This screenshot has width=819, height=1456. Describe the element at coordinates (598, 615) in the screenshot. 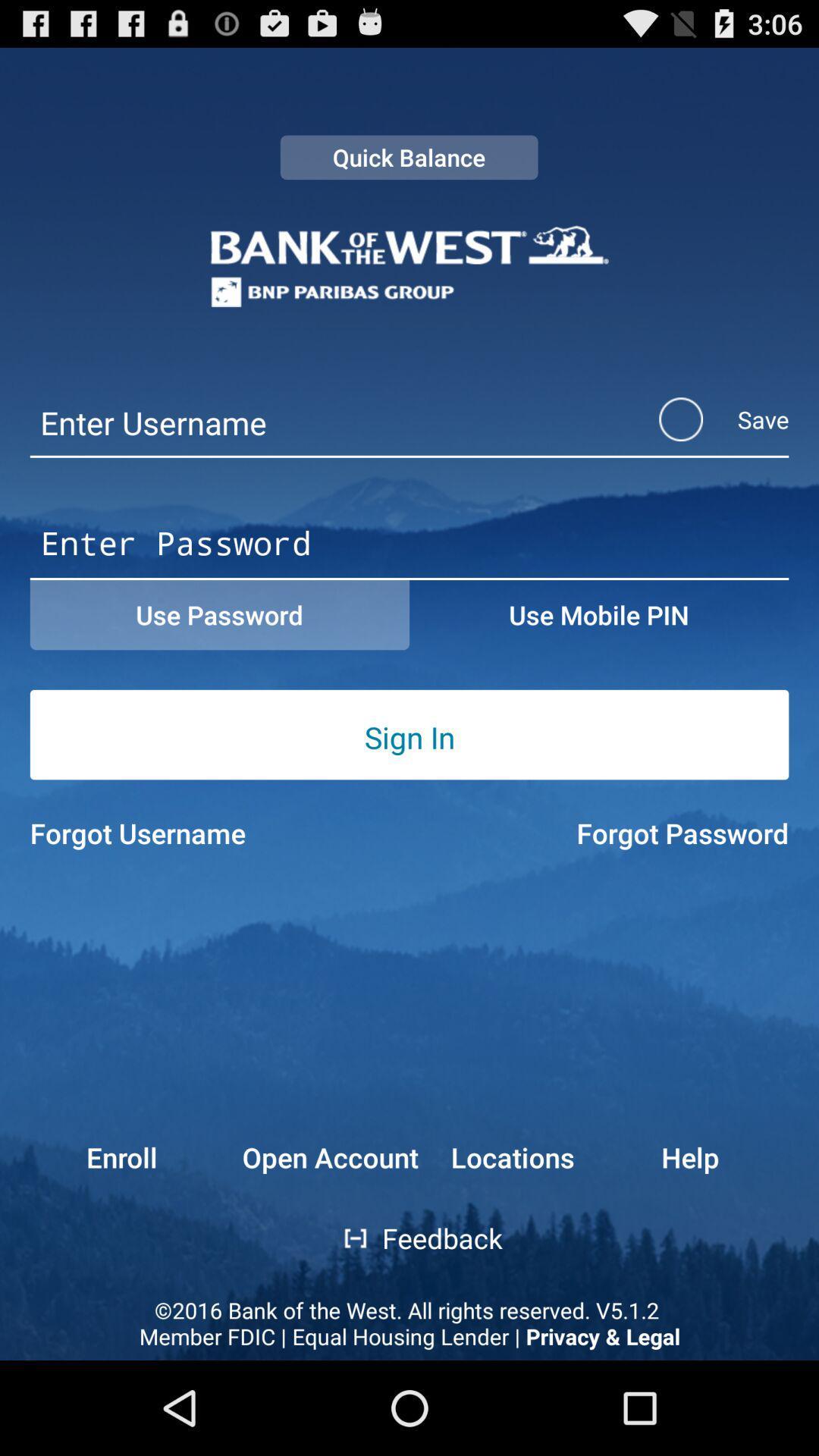

I see `the use mobile pin button` at that location.